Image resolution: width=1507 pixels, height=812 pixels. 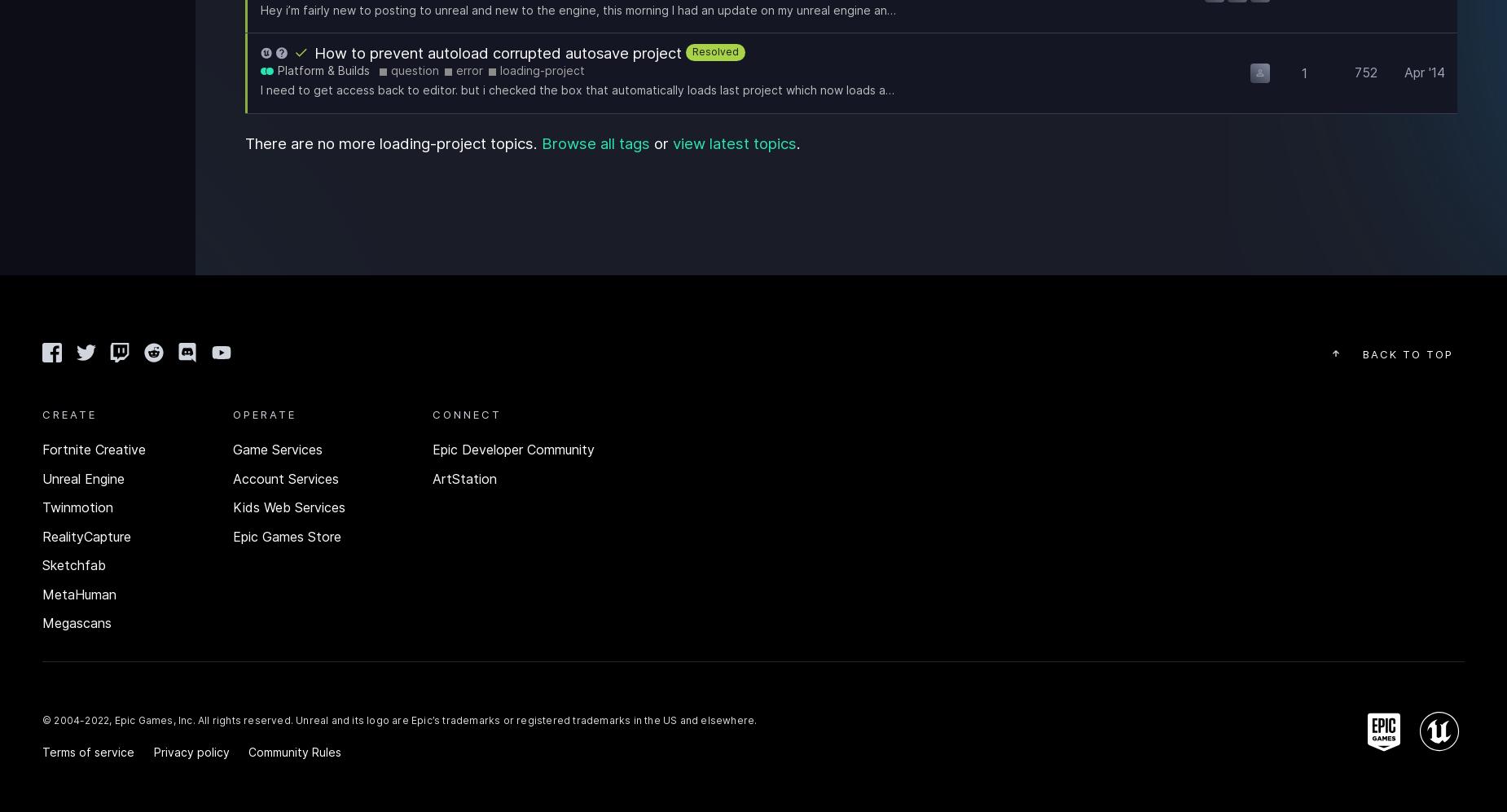 I want to click on 'Connect', so click(x=432, y=412).